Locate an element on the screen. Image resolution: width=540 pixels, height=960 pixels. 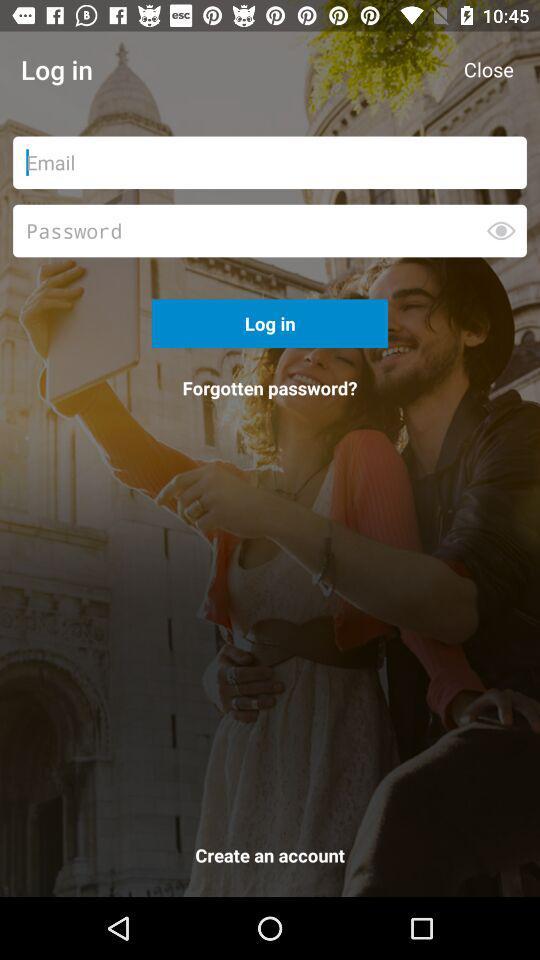
the close item is located at coordinates (487, 69).